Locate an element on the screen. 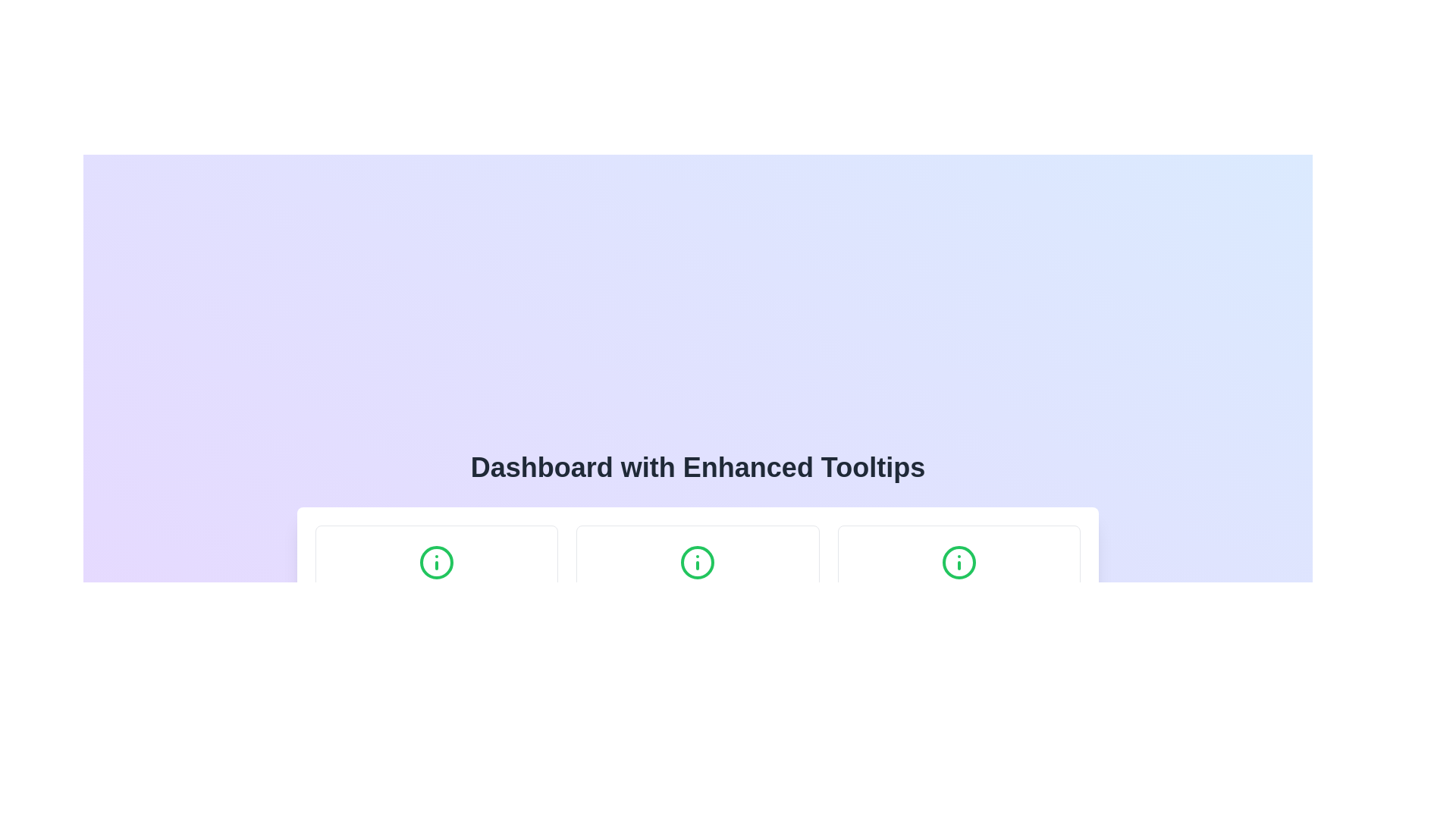 The image size is (1456, 819). the visual state of the informational icon representing the 'Help Center', which is centrally positioned at the top of the card-like structure is located at coordinates (958, 562).